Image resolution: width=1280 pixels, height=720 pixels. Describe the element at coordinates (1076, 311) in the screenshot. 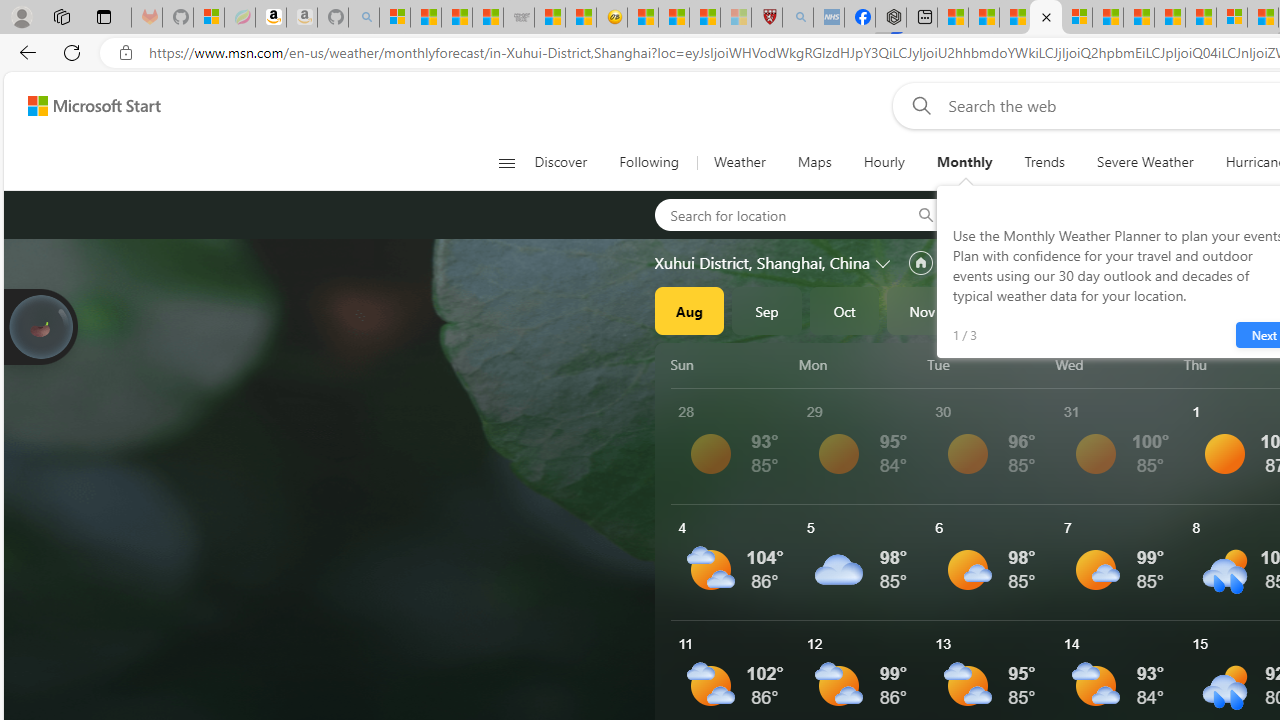

I see `'2025 Jan'` at that location.